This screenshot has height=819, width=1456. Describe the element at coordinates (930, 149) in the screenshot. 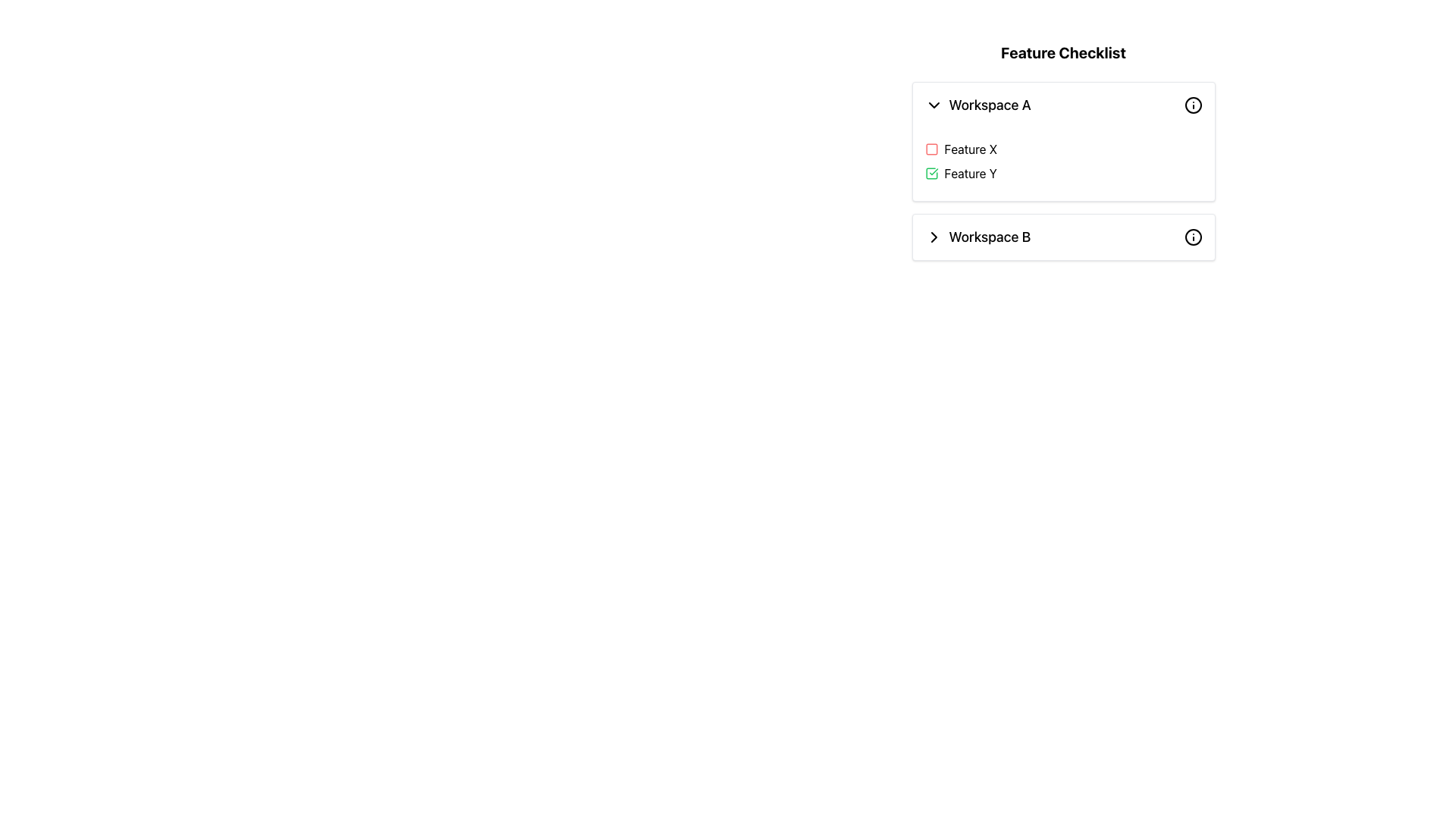

I see `the status indicator next to 'Feature X' in 'Workspace A' of the 'Feature Checklist'` at that location.